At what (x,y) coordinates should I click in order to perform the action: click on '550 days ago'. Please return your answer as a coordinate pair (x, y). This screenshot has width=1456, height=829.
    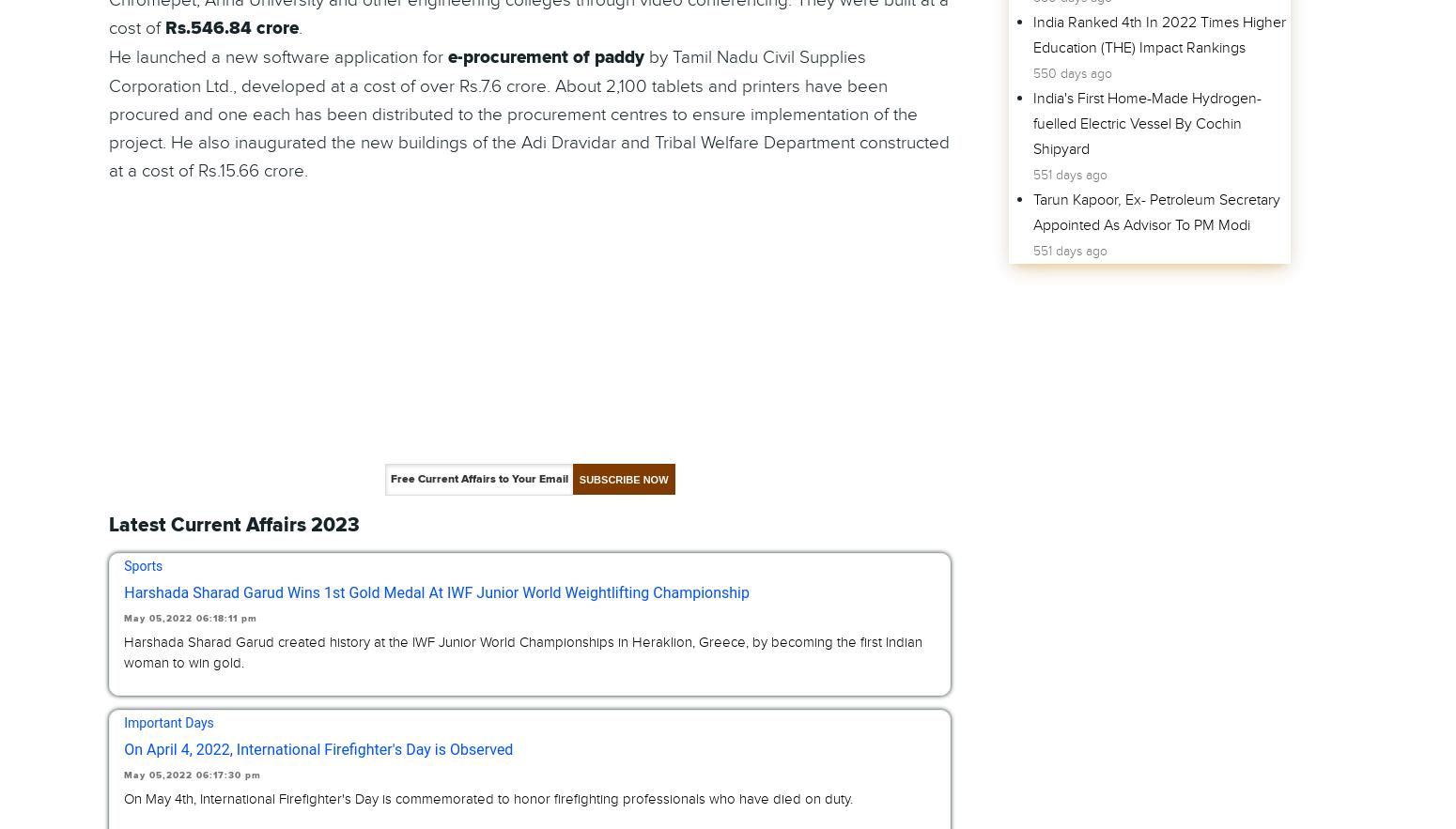
    Looking at the image, I should click on (1070, 72).